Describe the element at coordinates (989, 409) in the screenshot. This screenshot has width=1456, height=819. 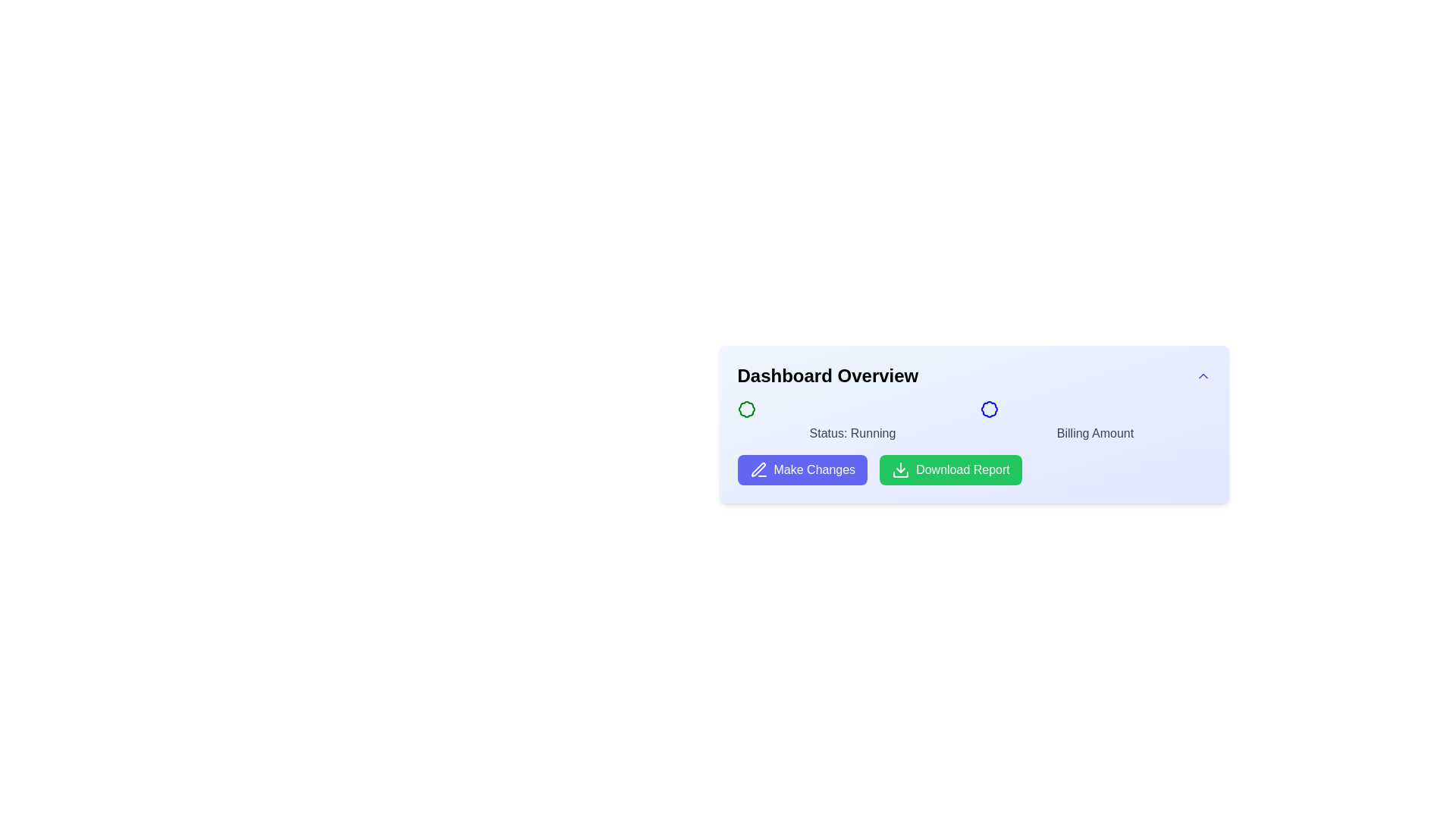
I see `the billing icon, which is part of the 'Billing Amount' section, located to the left of the 'Billing Amount' text` at that location.